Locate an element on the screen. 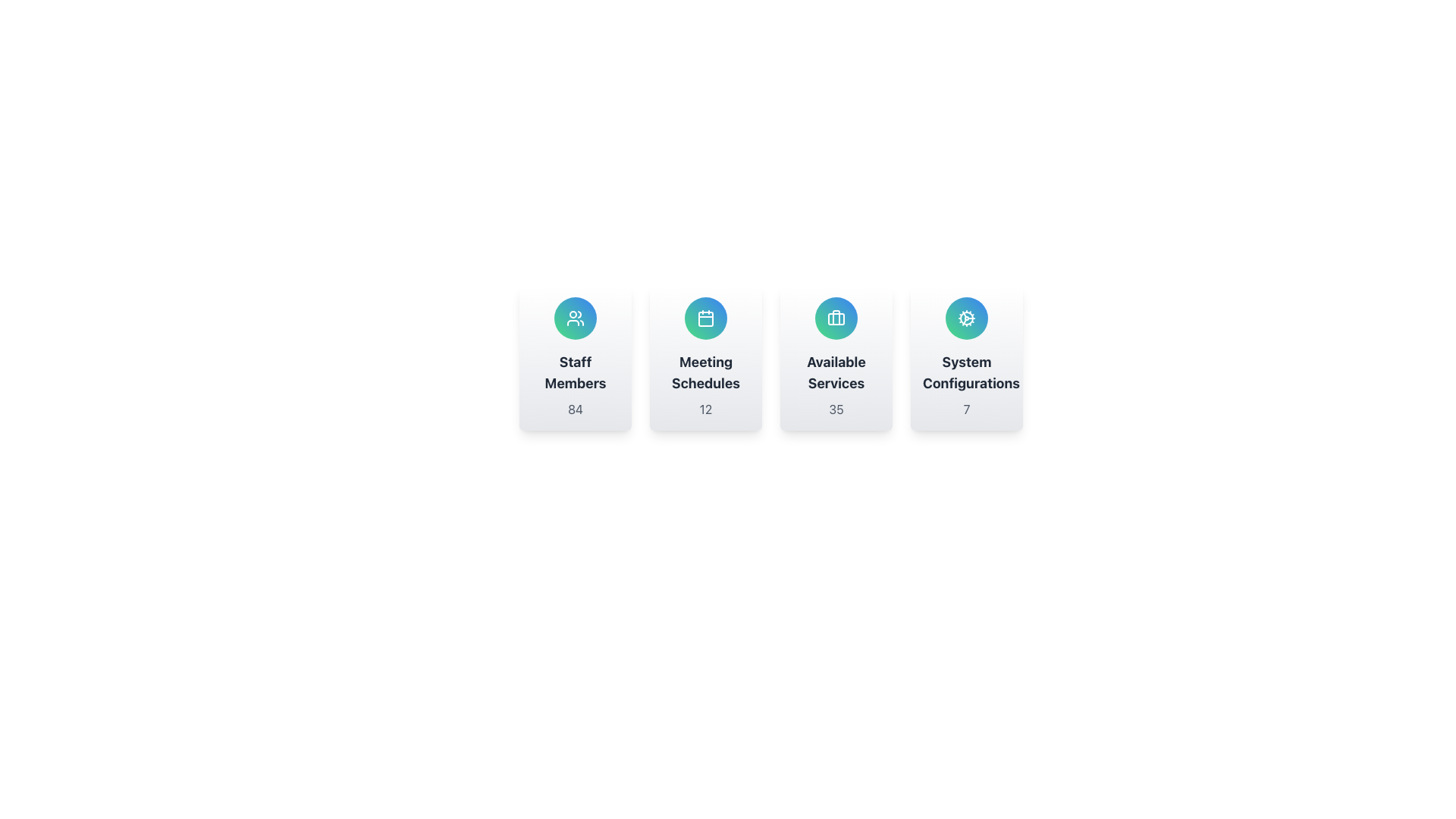 This screenshot has height=819, width=1456. text 'Staff Members' displayed in bold, black font at the top-middle of the card, which is above the number '84' and below an icon is located at coordinates (574, 373).